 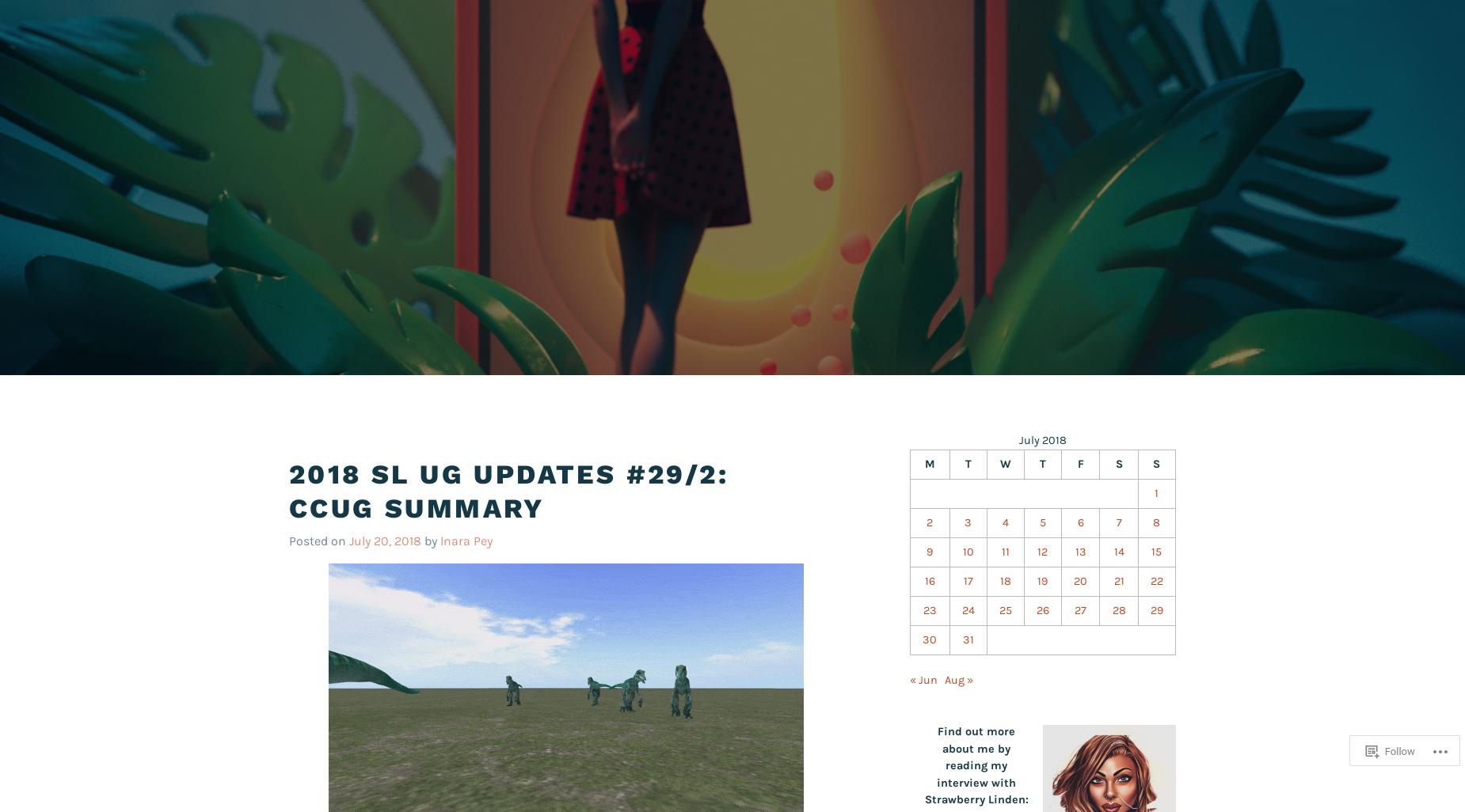 What do you see at coordinates (966, 638) in the screenshot?
I see `'31'` at bounding box center [966, 638].